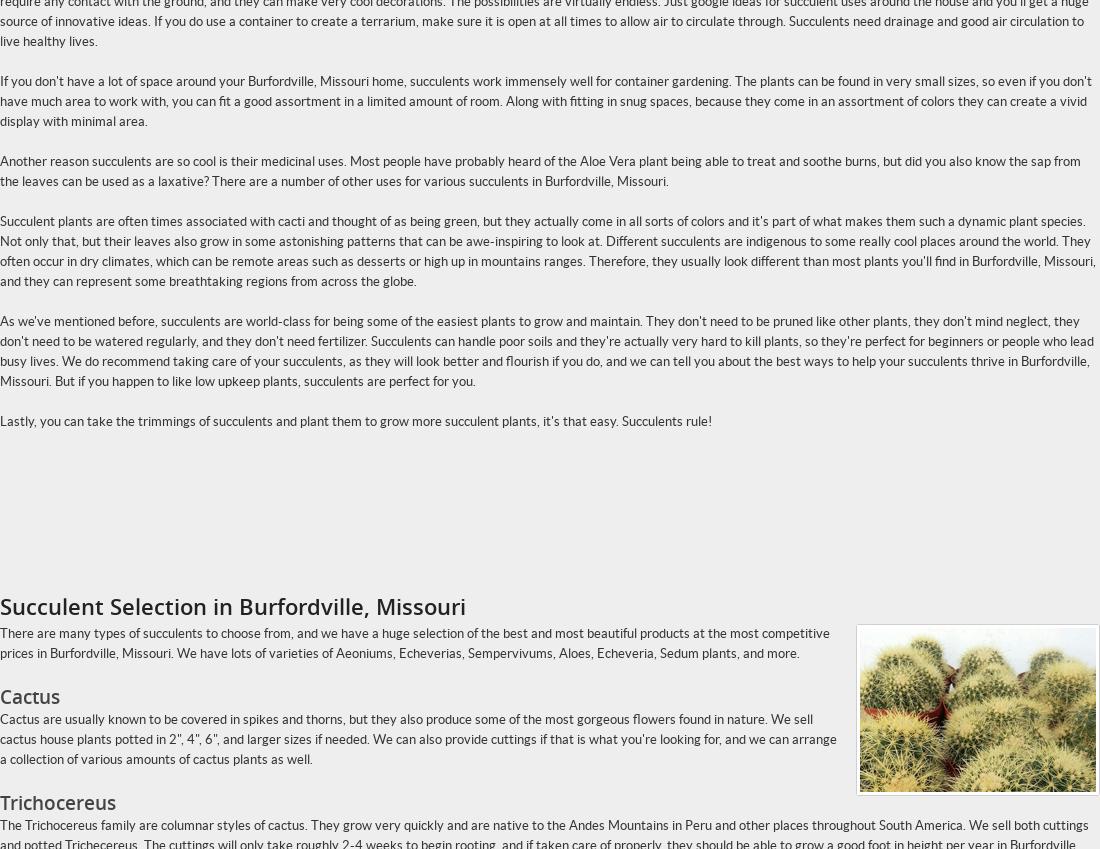 The image size is (1100, 849). I want to click on 'Lastly, you can take the trimmings of succulents and plant them to grow more succulent plants, it's that easy. Succulents rule!', so click(0, 420).